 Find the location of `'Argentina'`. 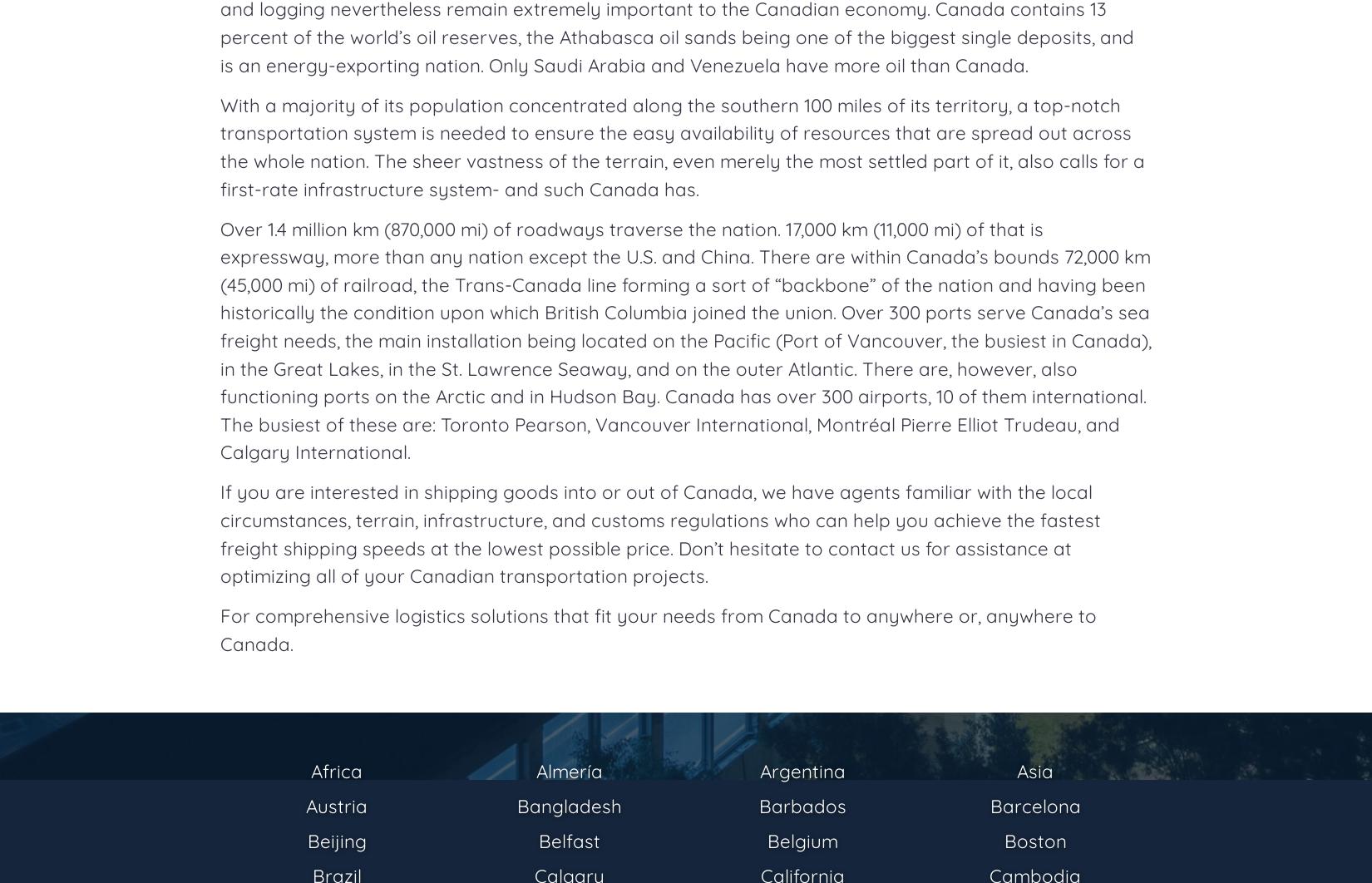

'Argentina' is located at coordinates (802, 770).